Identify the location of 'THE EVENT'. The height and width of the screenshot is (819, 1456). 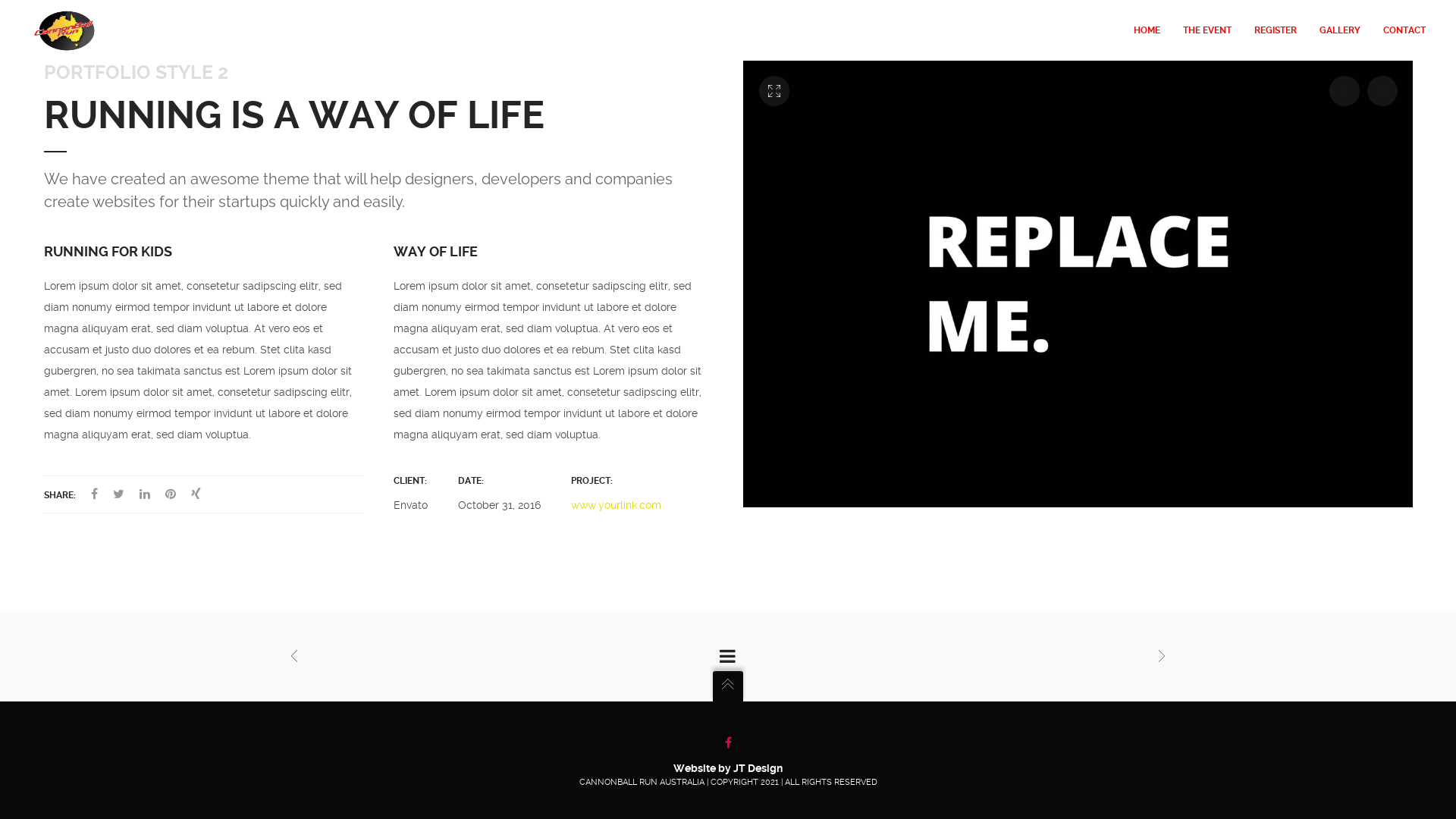
(1207, 30).